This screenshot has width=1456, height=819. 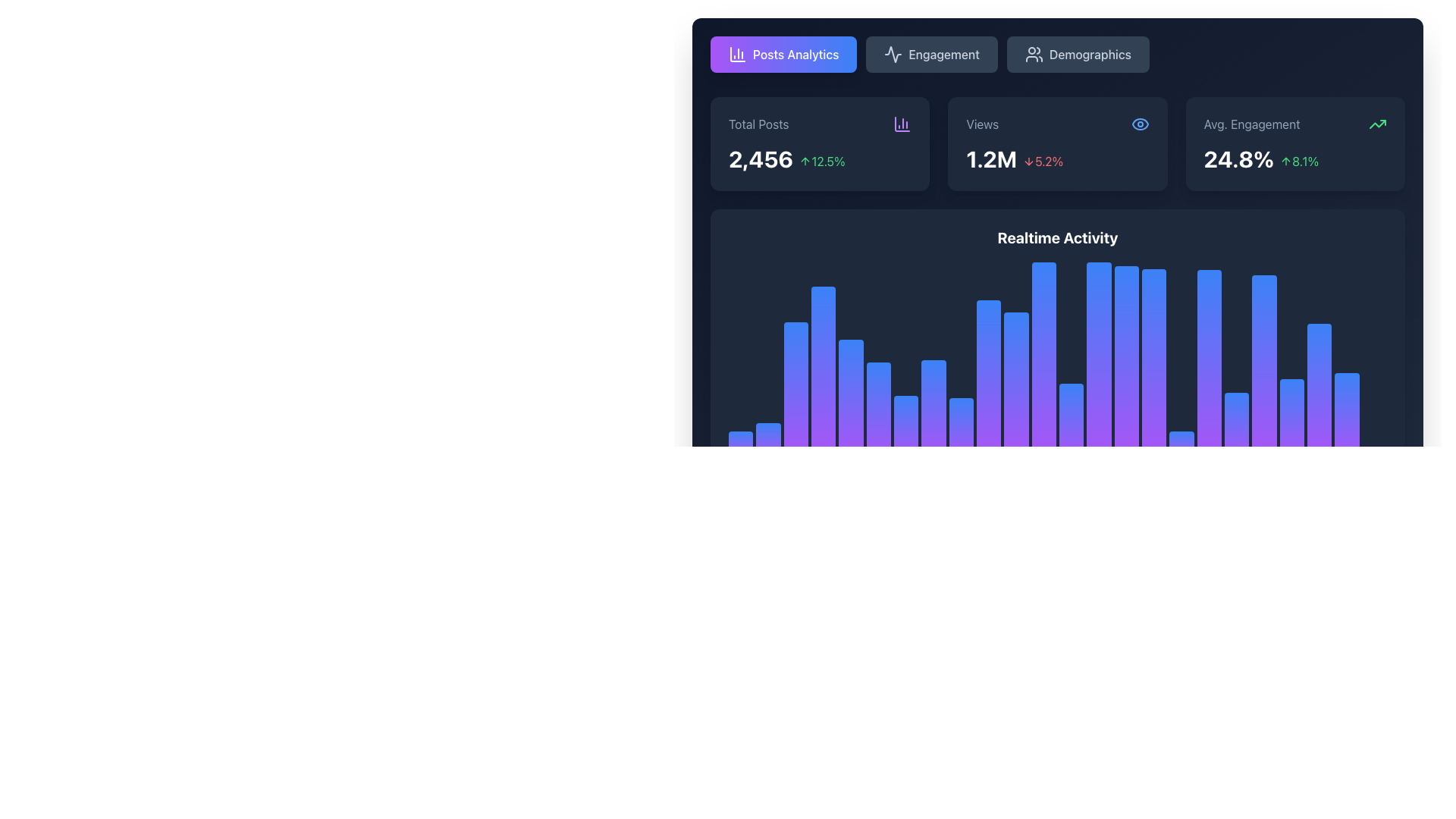 What do you see at coordinates (878, 441) in the screenshot?
I see `the sixth vertical bar in the bar chart, which is distinctively short with a gradient fill from blue to purple and rounded top corners` at bounding box center [878, 441].